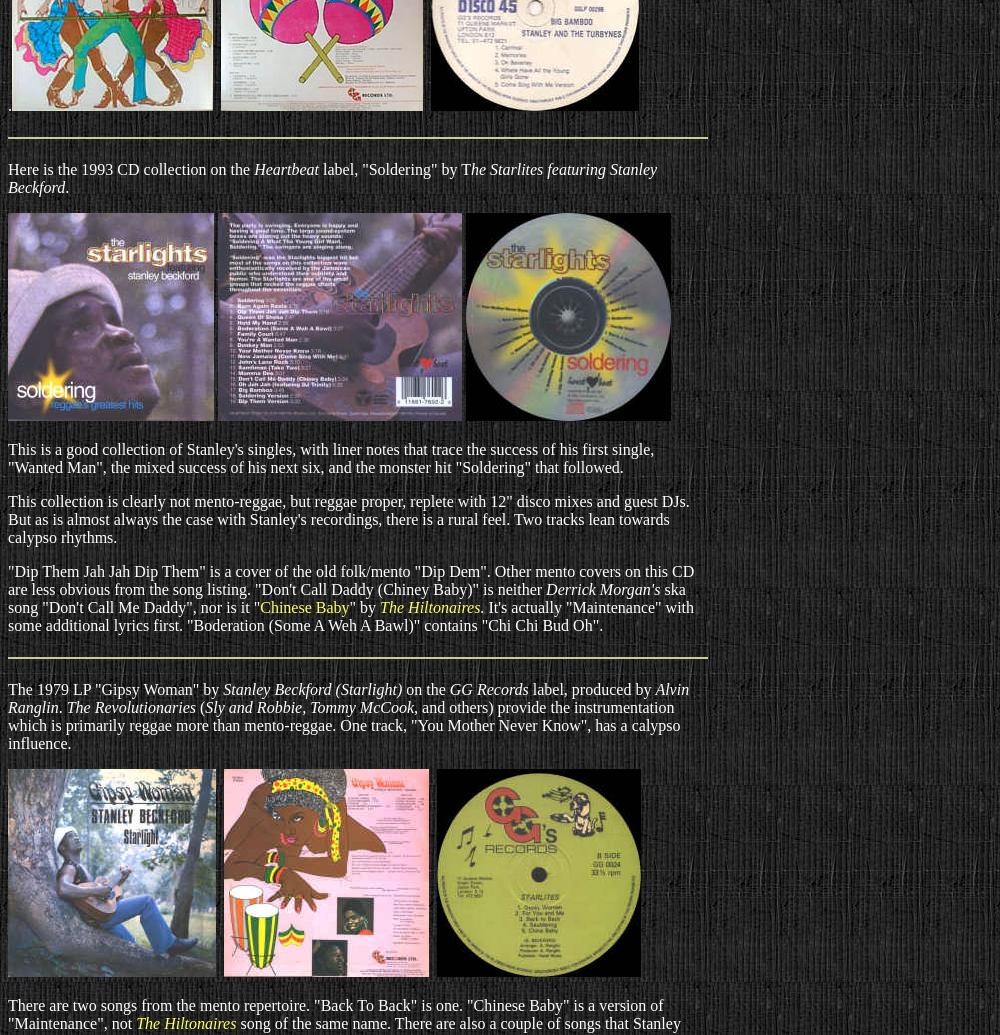 This screenshot has height=1035, width=1000. What do you see at coordinates (313, 688) in the screenshot?
I see `'Stanley 
		Beckford (Starlight)'` at bounding box center [313, 688].